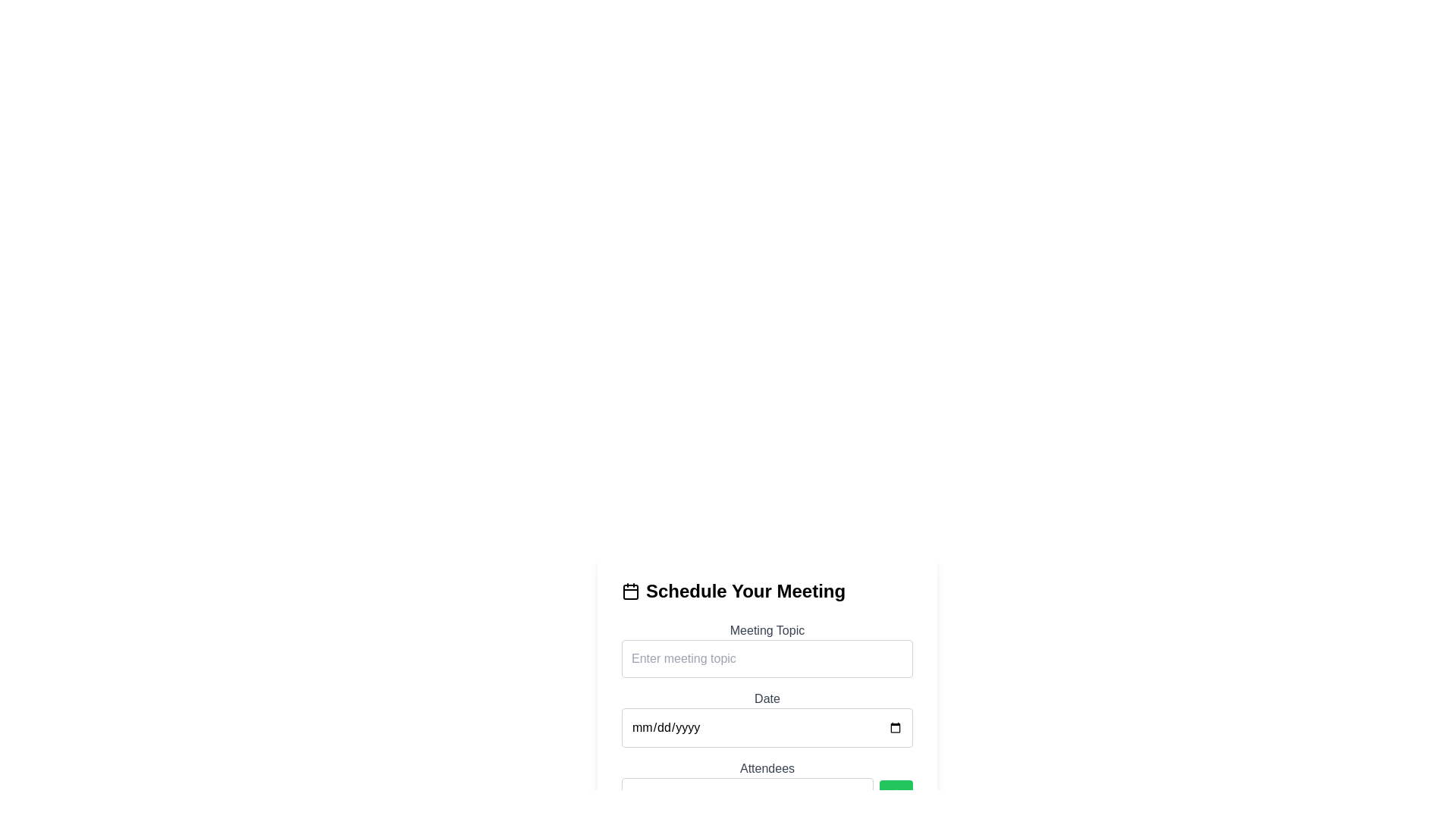  Describe the element at coordinates (767, 698) in the screenshot. I see `the 'Date' text label, which is styled with a gray font and positioned above the date input box in the form` at that location.